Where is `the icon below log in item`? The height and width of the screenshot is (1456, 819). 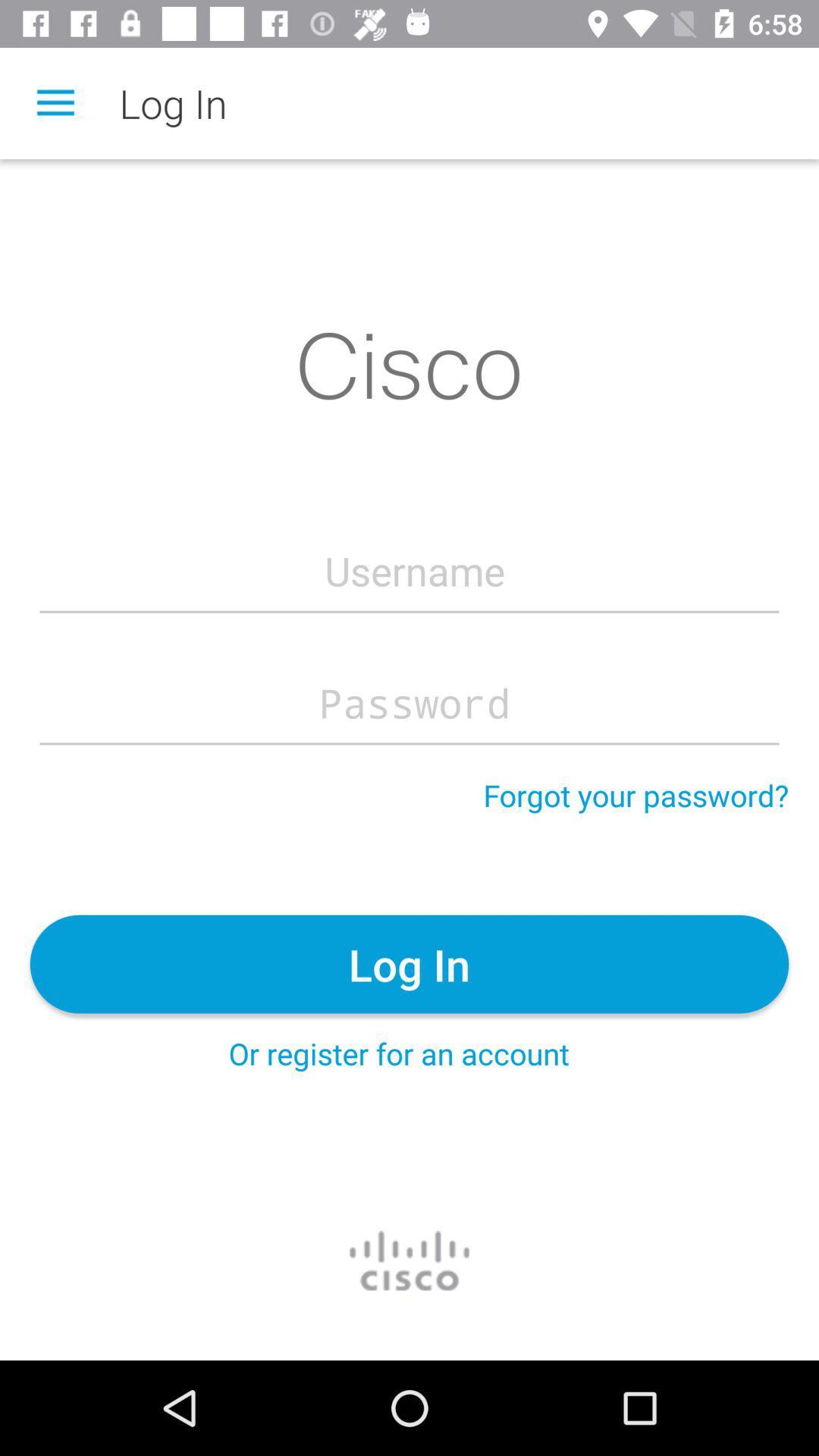 the icon below log in item is located at coordinates (398, 1053).